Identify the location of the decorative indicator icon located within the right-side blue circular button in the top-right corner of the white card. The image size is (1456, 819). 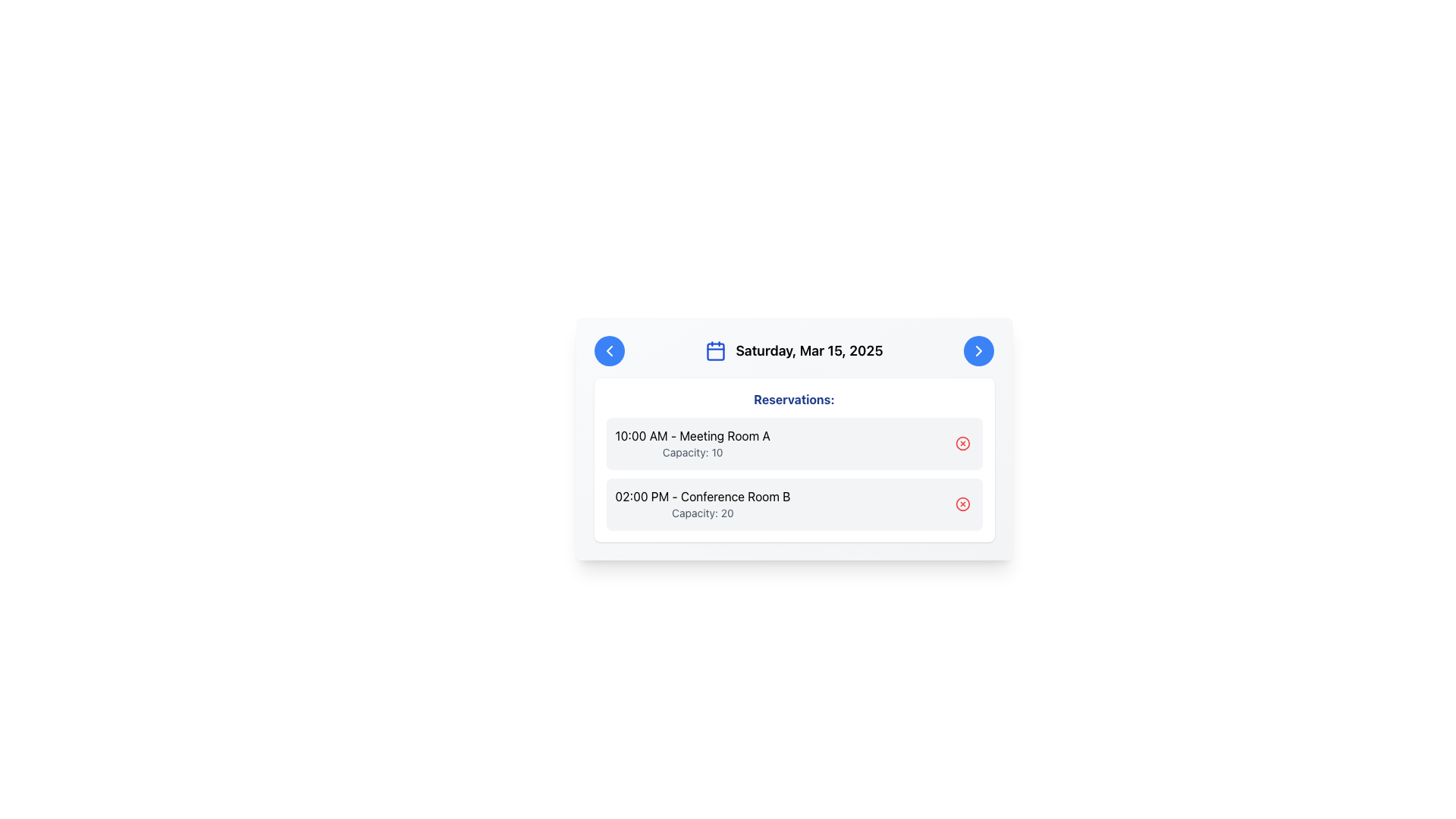
(979, 350).